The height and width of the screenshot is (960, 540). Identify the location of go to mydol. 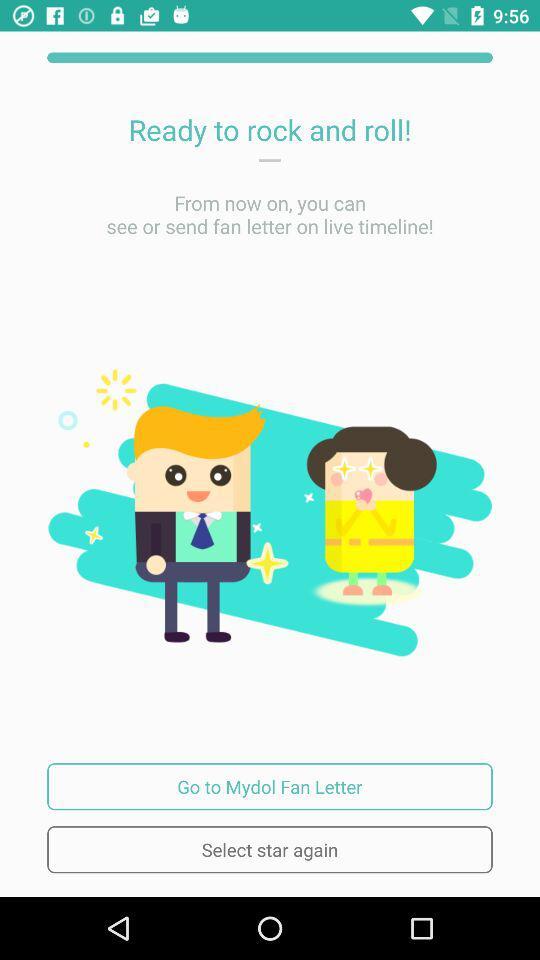
(270, 786).